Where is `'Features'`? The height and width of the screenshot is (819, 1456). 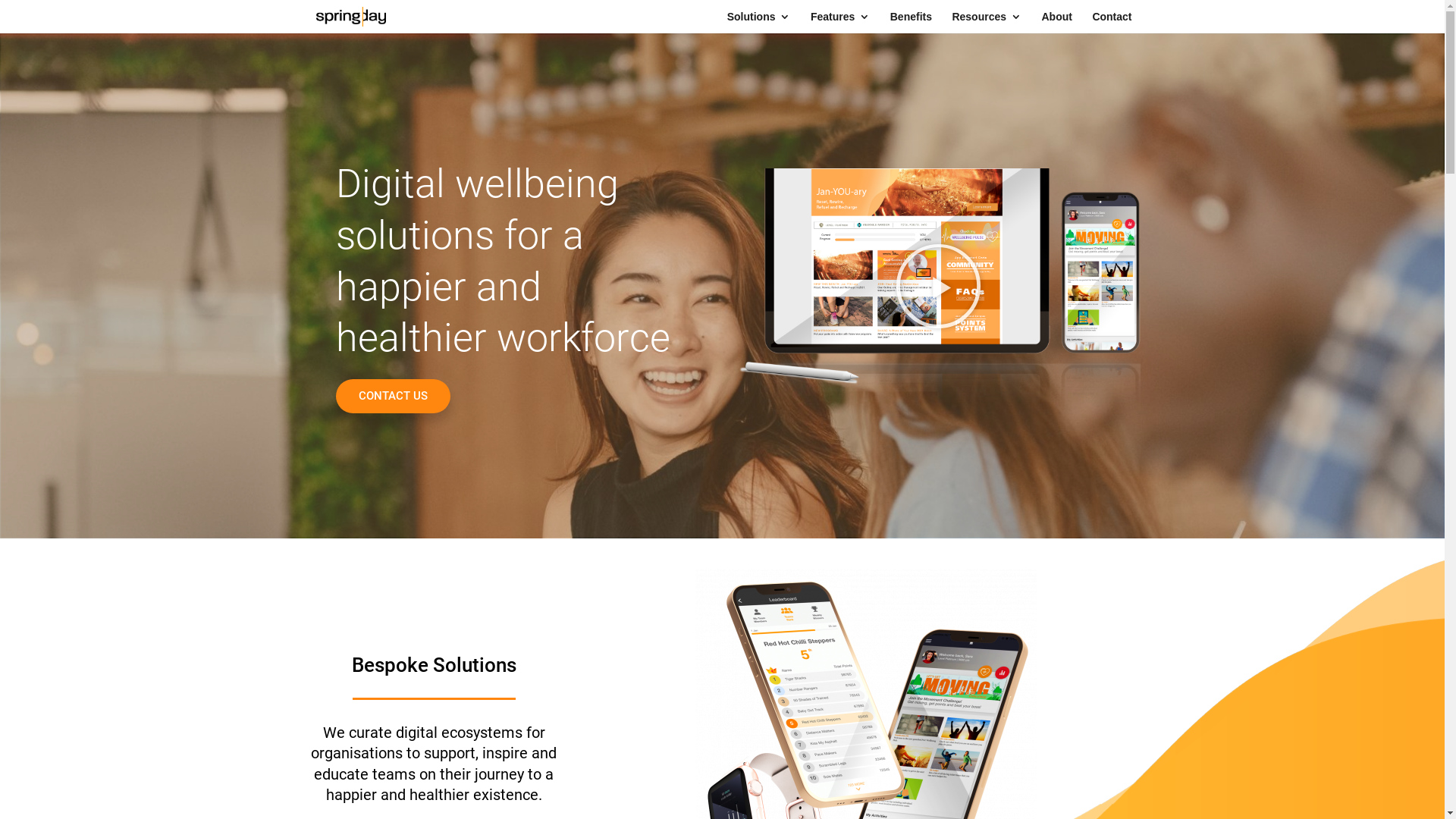 'Features' is located at coordinates (839, 22).